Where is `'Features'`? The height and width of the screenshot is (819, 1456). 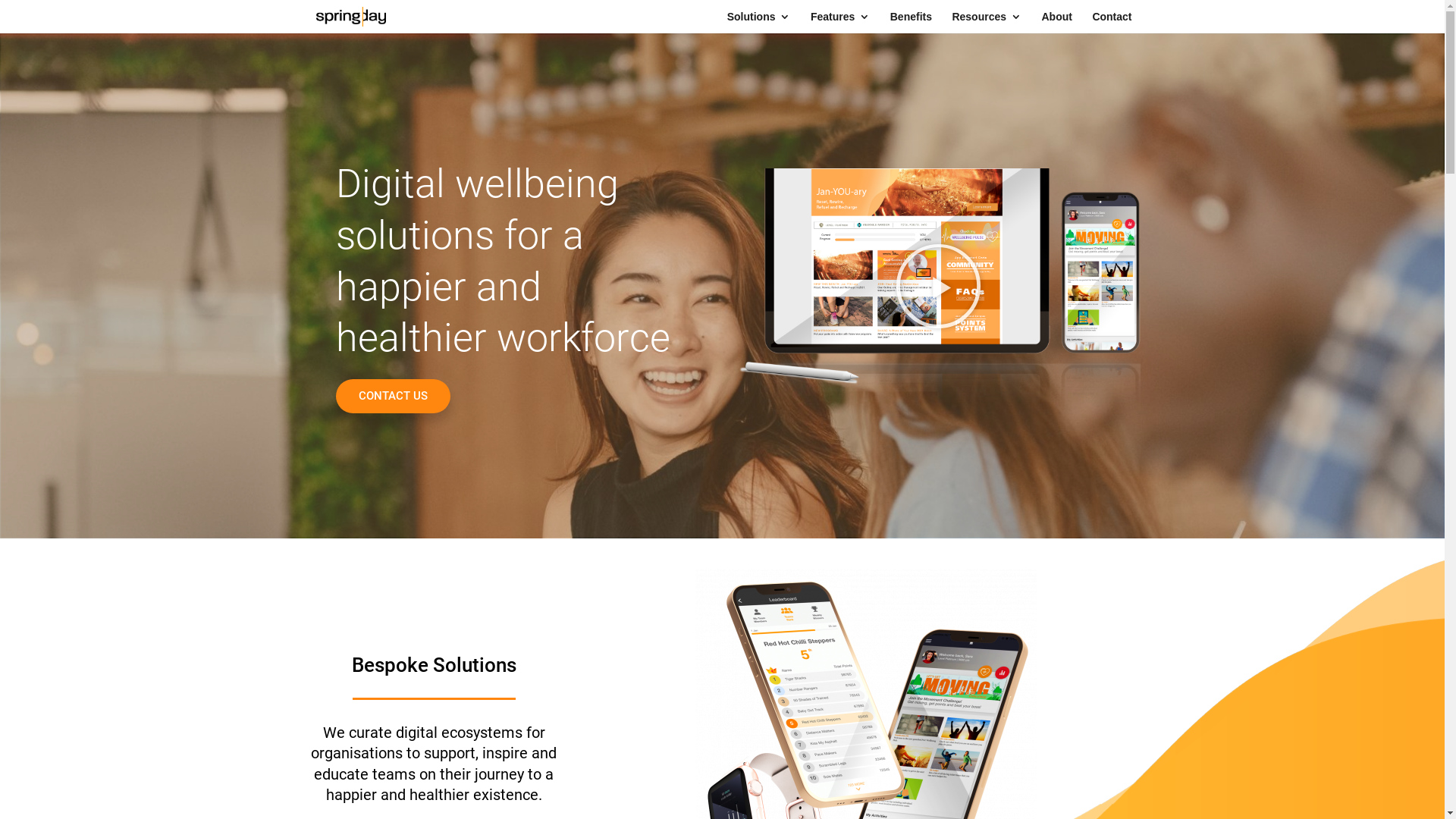 'Features' is located at coordinates (839, 22).